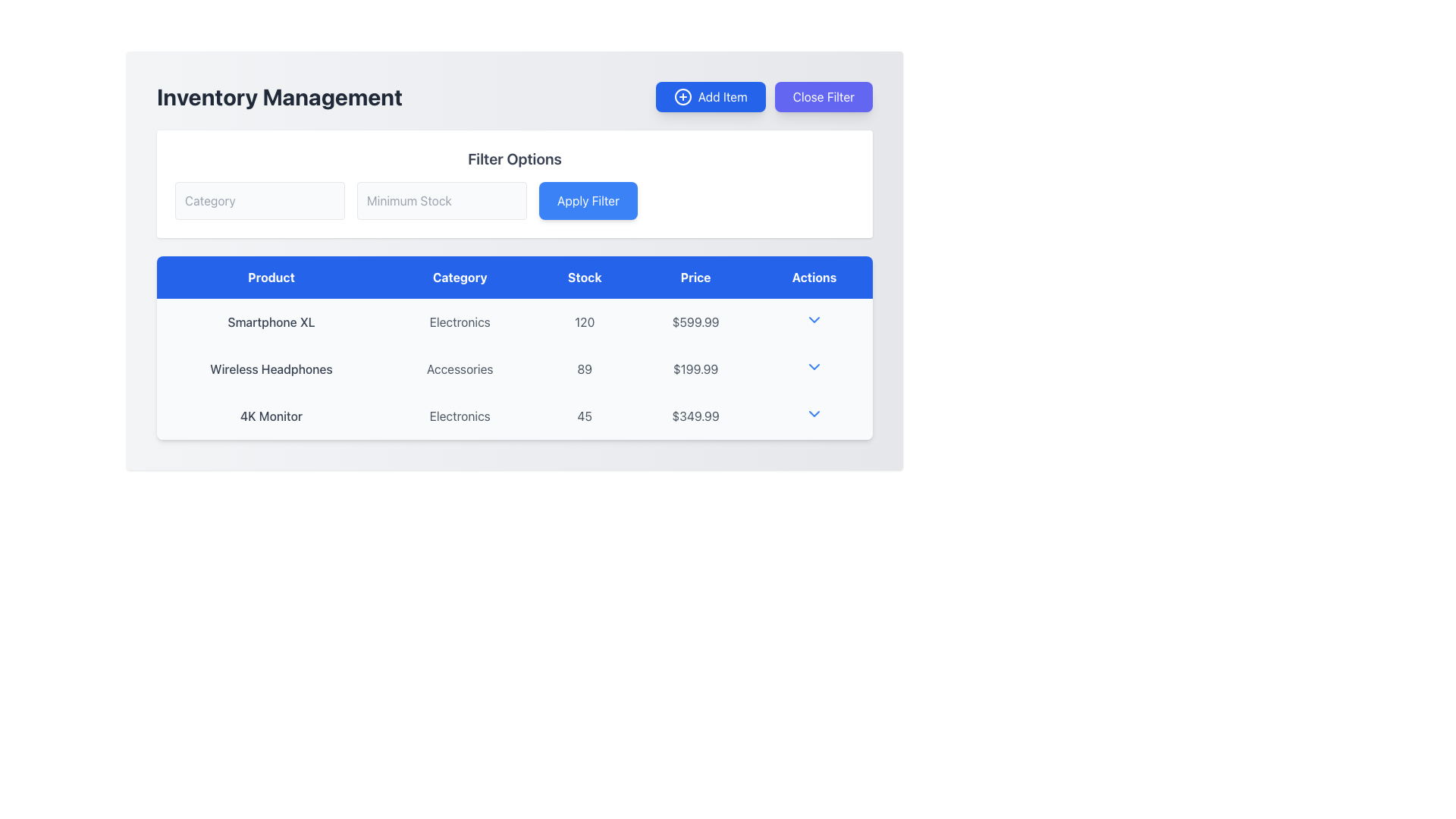  Describe the element at coordinates (459, 416) in the screenshot. I see `the 'Electronics' text label located in the second column of the last row within a tabular structure` at that location.